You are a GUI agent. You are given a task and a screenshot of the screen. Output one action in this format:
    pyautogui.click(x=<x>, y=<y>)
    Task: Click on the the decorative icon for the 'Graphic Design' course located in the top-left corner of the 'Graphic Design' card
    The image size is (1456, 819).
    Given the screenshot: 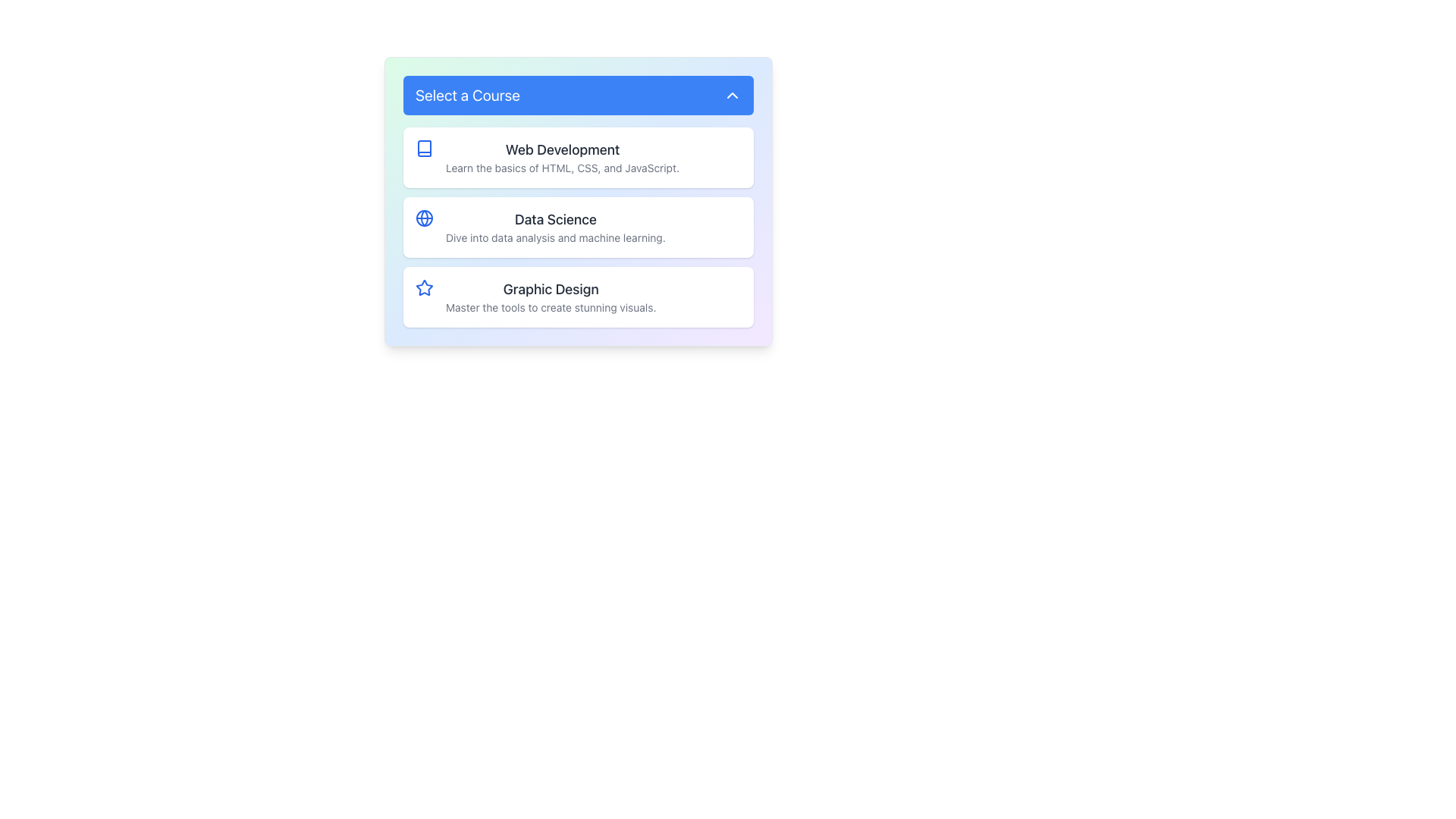 What is the action you would take?
    pyautogui.click(x=425, y=288)
    